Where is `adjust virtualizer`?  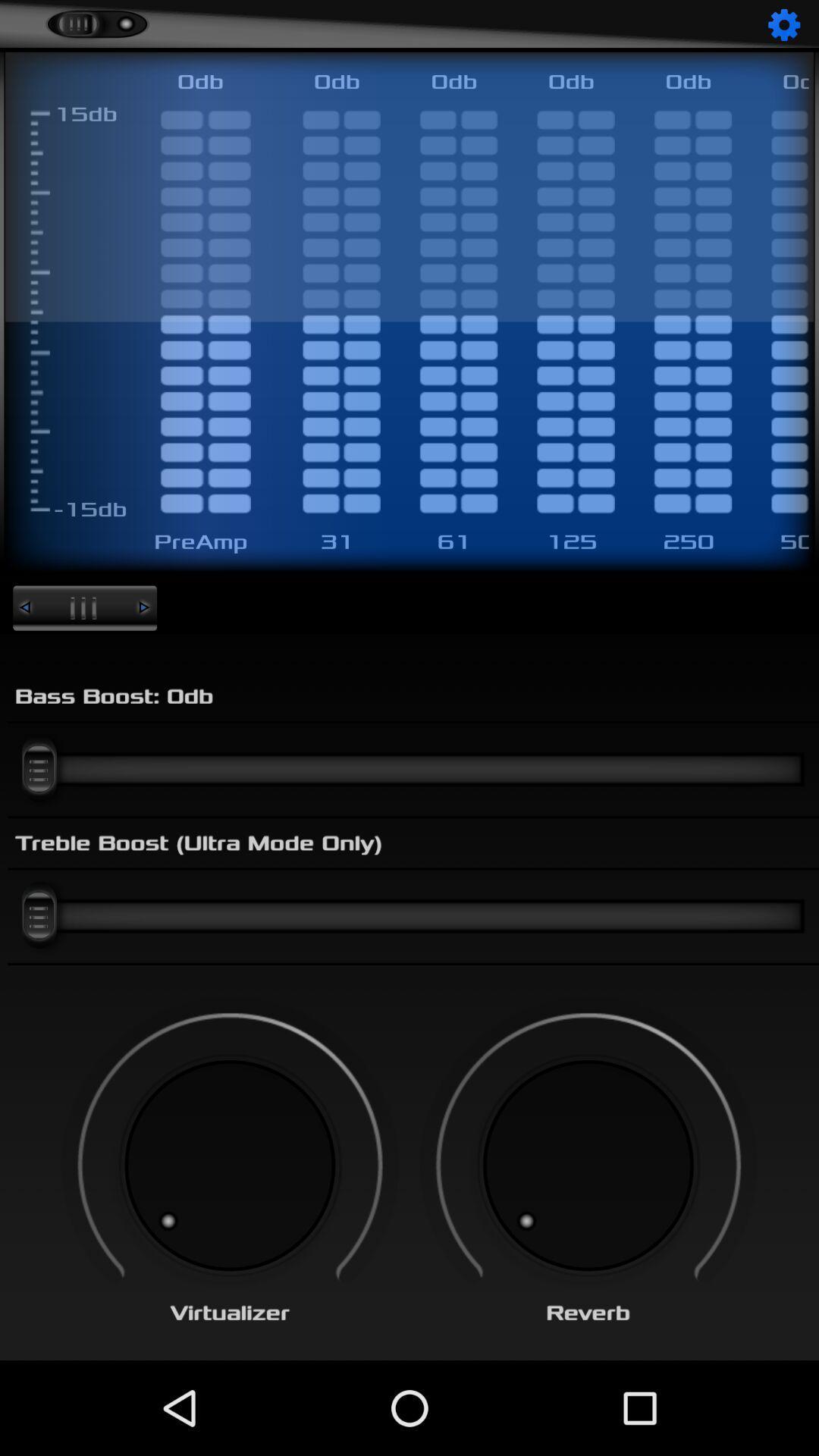
adjust virtualizer is located at coordinates (230, 1165).